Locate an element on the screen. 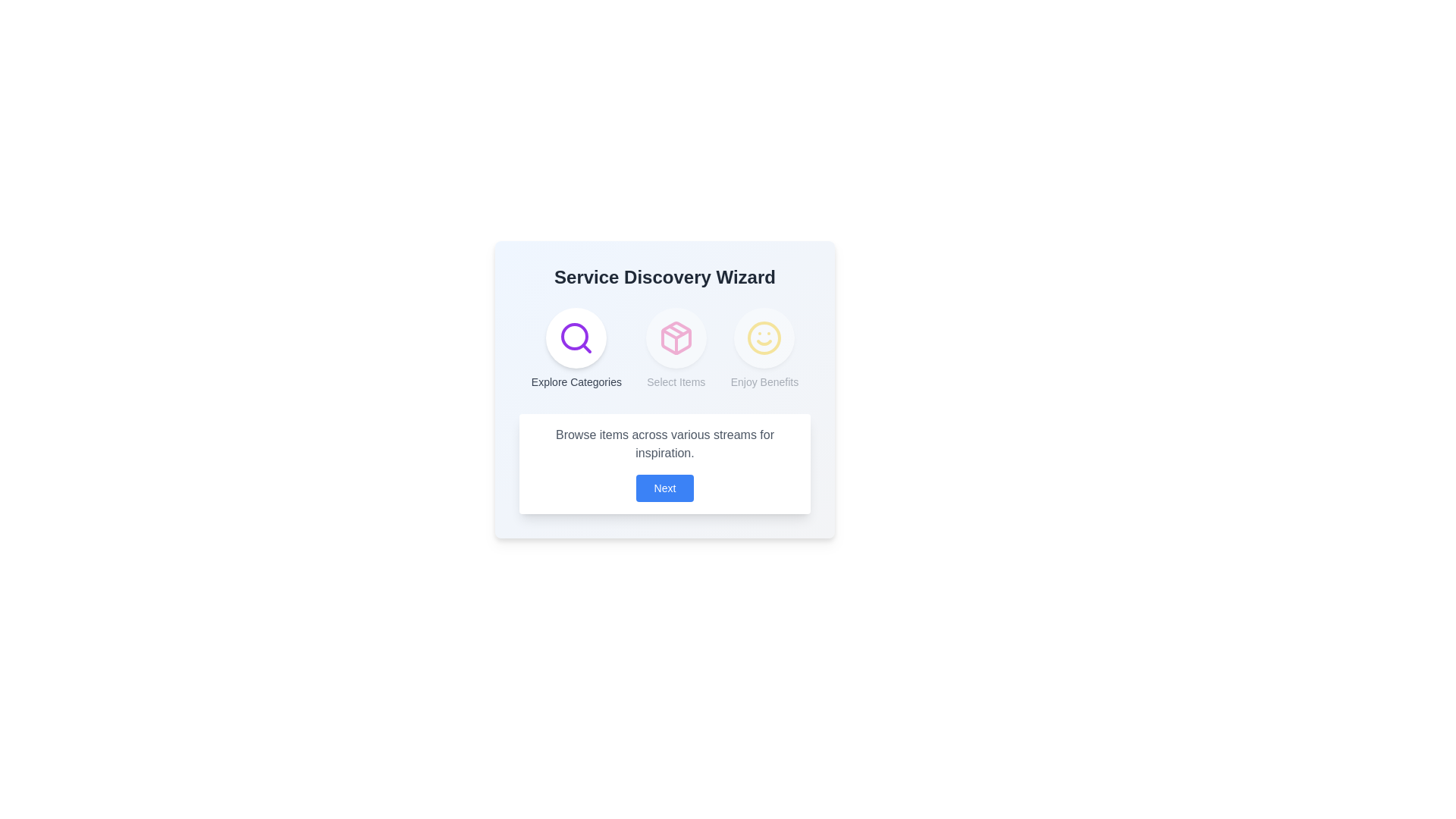 The width and height of the screenshot is (1456, 819). the step icon for Enjoy Benefits is located at coordinates (764, 337).